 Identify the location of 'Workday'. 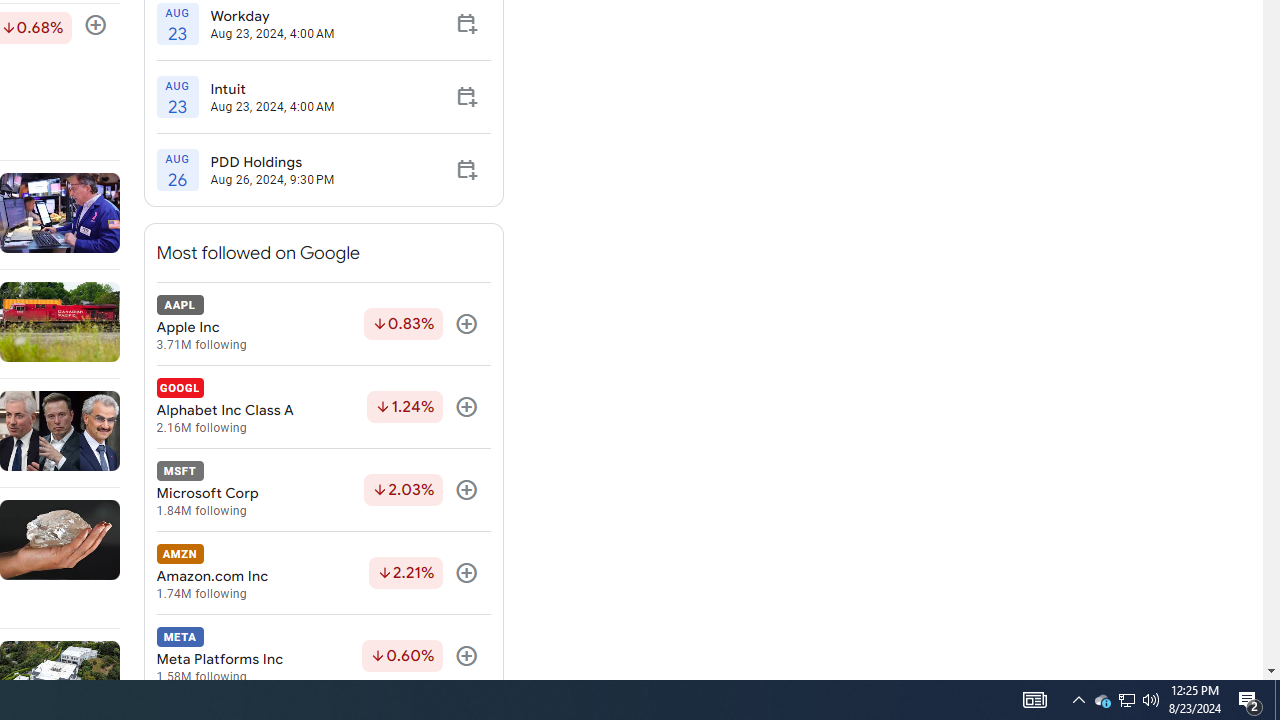
(271, 15).